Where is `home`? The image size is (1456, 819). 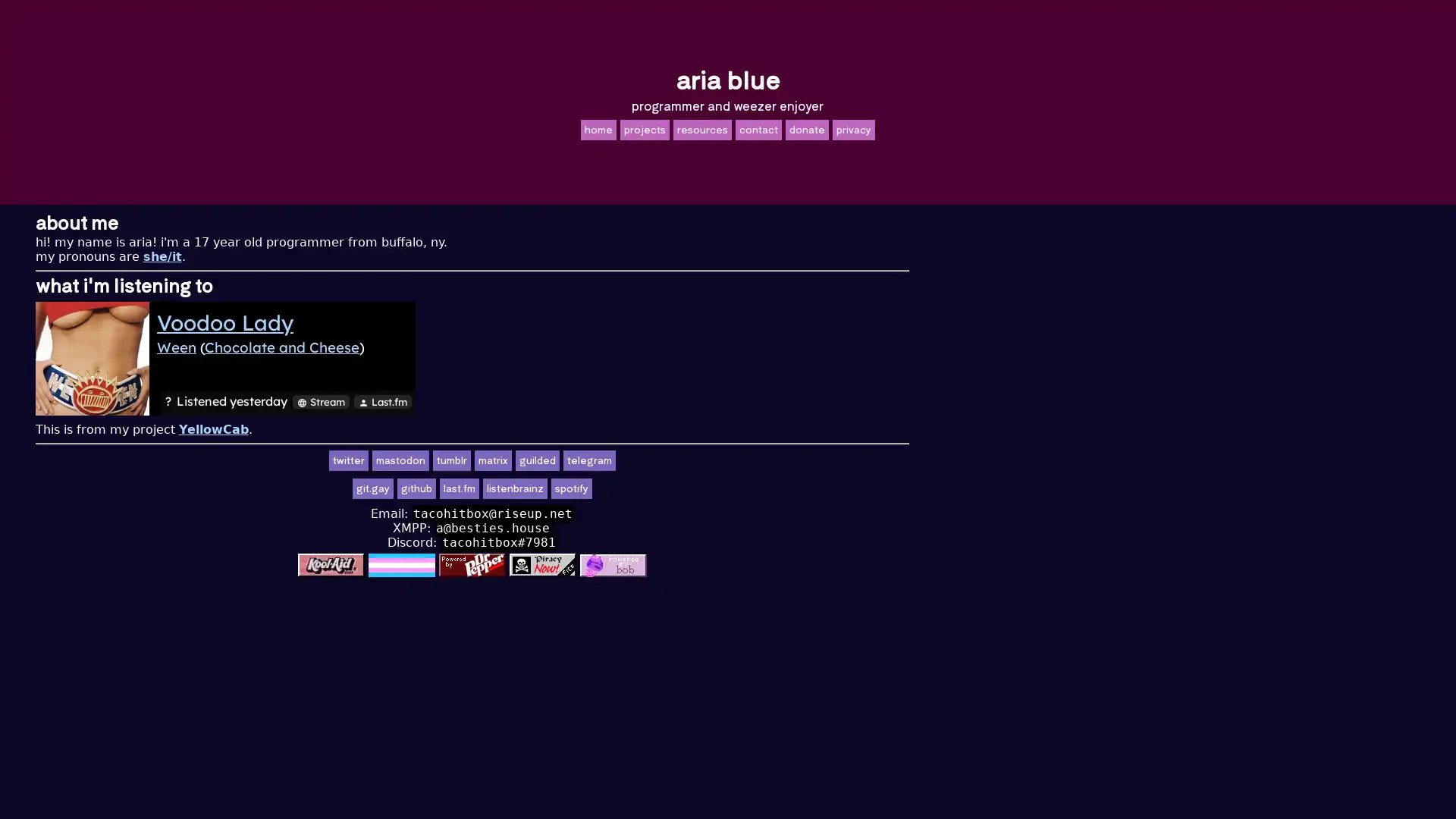
home is located at coordinates (597, 128).